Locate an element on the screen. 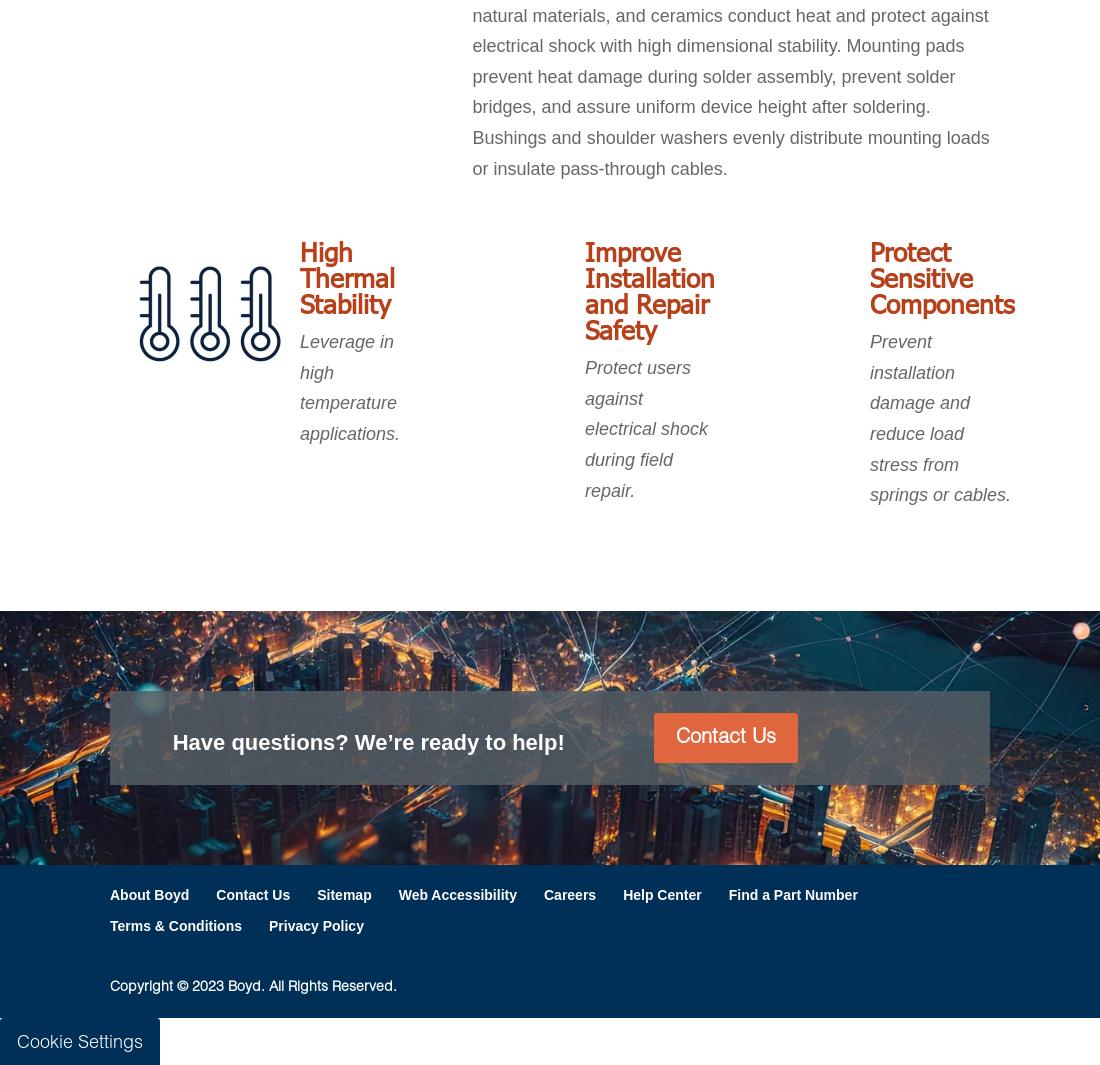 The height and width of the screenshot is (1065, 1100). 'Terms & Conditions' is located at coordinates (110, 926).